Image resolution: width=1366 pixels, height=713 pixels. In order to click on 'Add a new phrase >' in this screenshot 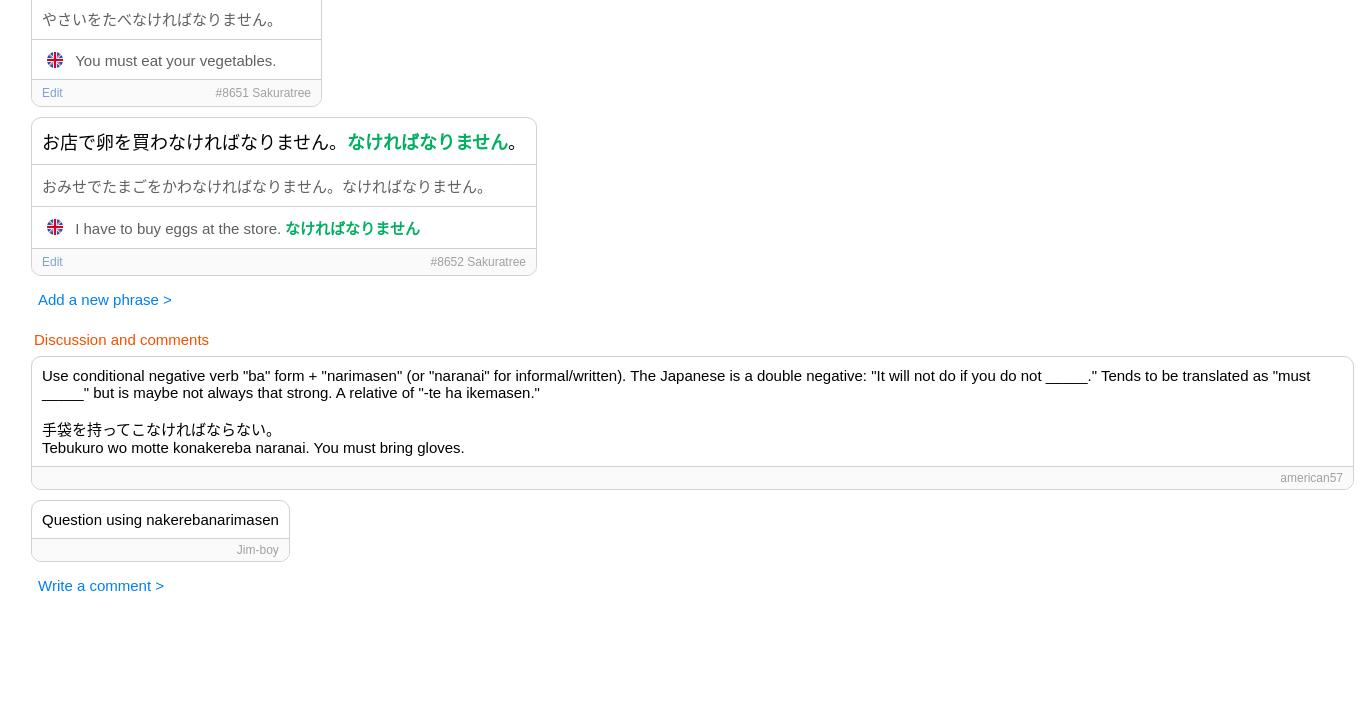, I will do `click(104, 297)`.